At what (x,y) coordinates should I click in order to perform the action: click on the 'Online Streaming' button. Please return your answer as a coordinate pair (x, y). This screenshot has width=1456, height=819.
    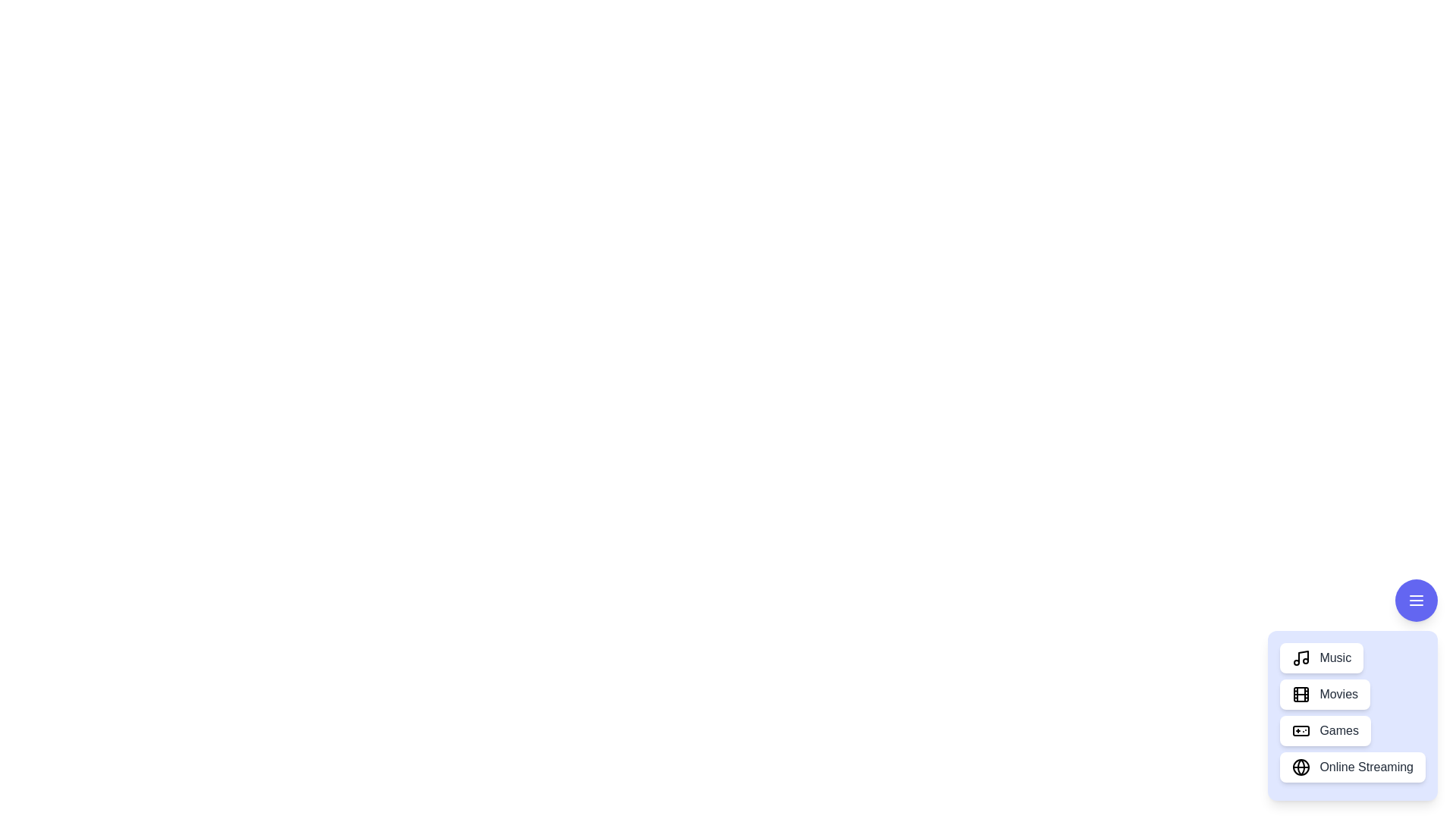
    Looking at the image, I should click on (1353, 767).